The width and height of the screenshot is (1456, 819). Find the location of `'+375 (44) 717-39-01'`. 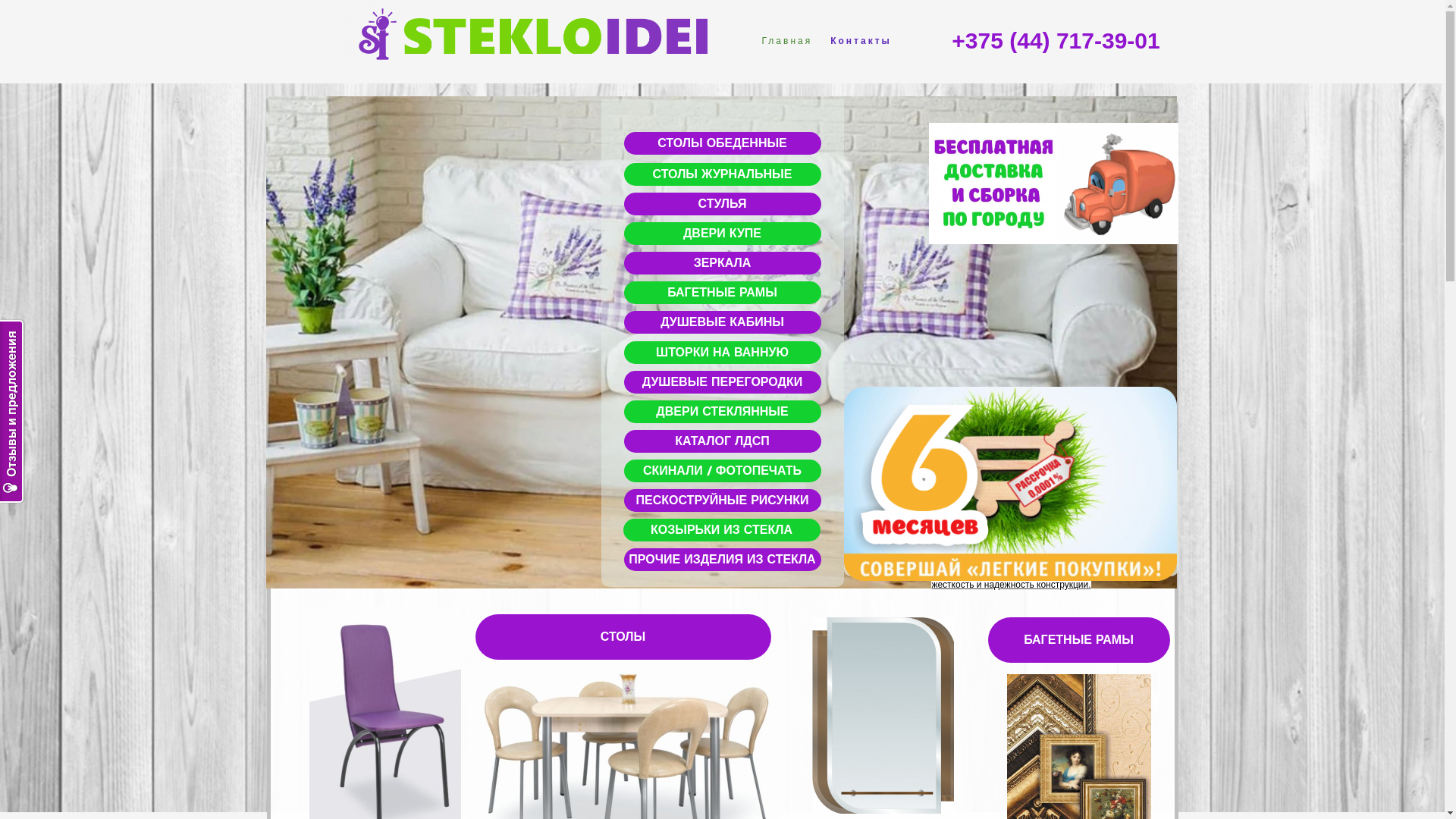

'+375 (44) 717-39-01' is located at coordinates (1055, 40).